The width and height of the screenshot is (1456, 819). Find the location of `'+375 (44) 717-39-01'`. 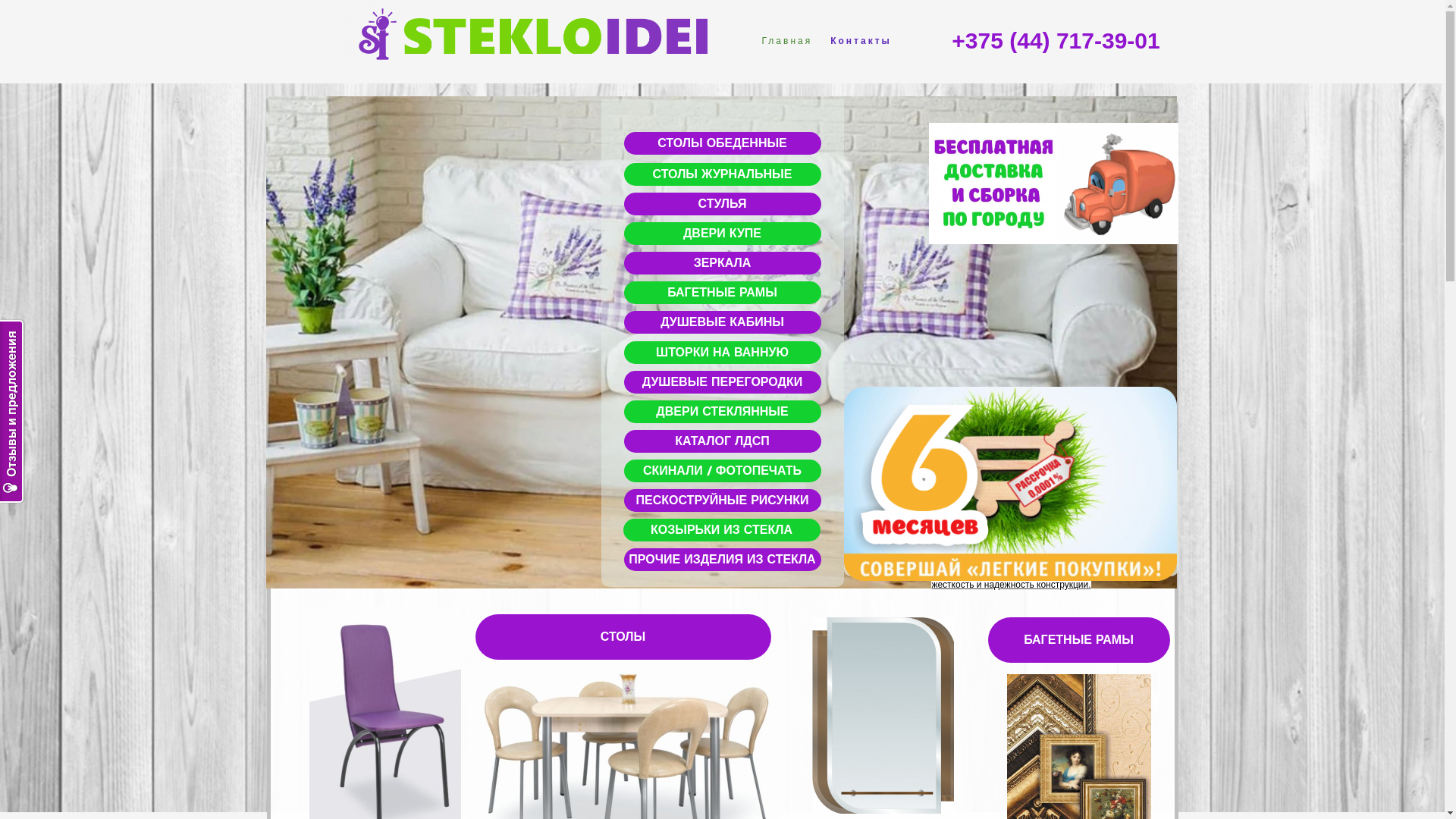

'+375 (44) 717-39-01' is located at coordinates (1055, 40).